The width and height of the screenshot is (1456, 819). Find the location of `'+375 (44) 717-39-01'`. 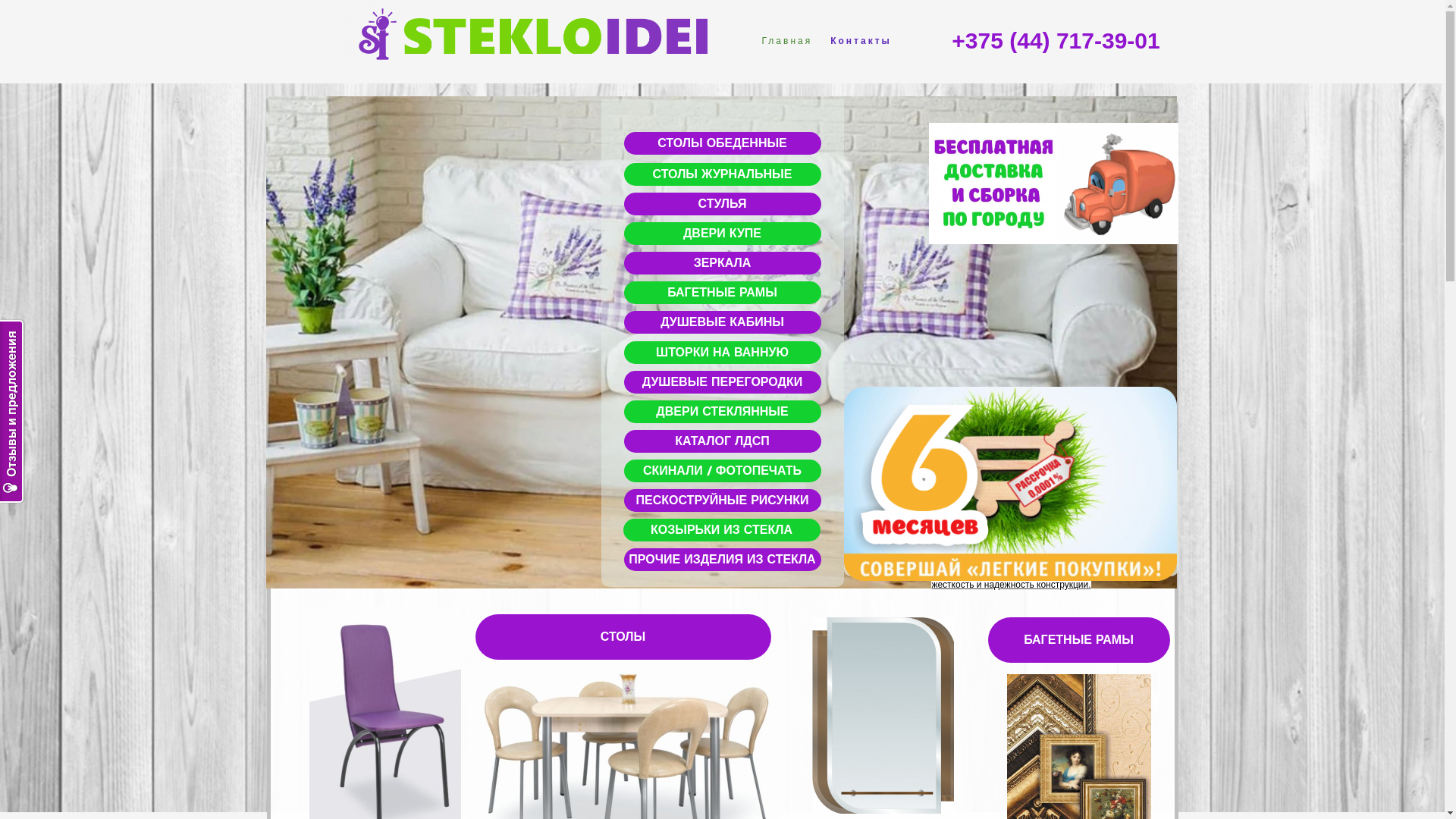

'+375 (44) 717-39-01' is located at coordinates (1055, 40).